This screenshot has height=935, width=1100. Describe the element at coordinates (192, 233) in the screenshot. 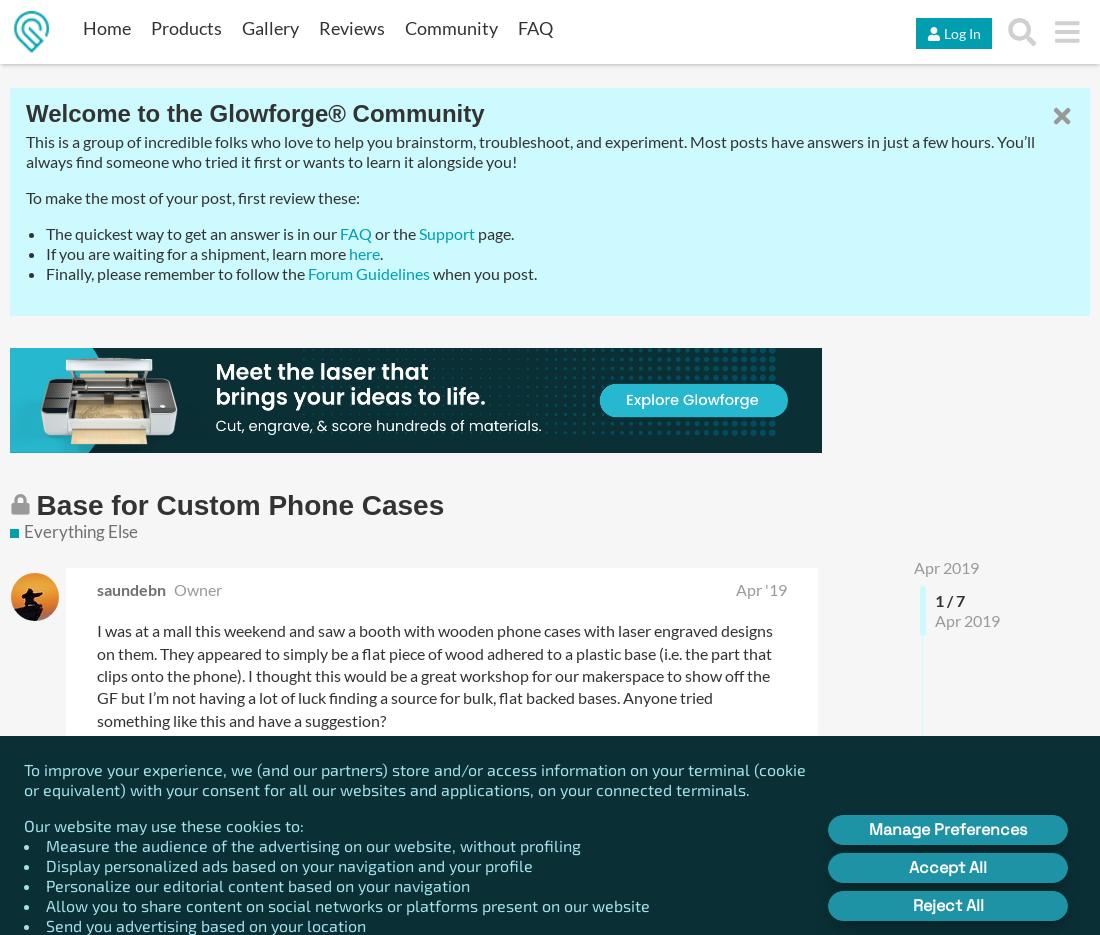

I see `'The quickest way to get an answer is in our'` at that location.